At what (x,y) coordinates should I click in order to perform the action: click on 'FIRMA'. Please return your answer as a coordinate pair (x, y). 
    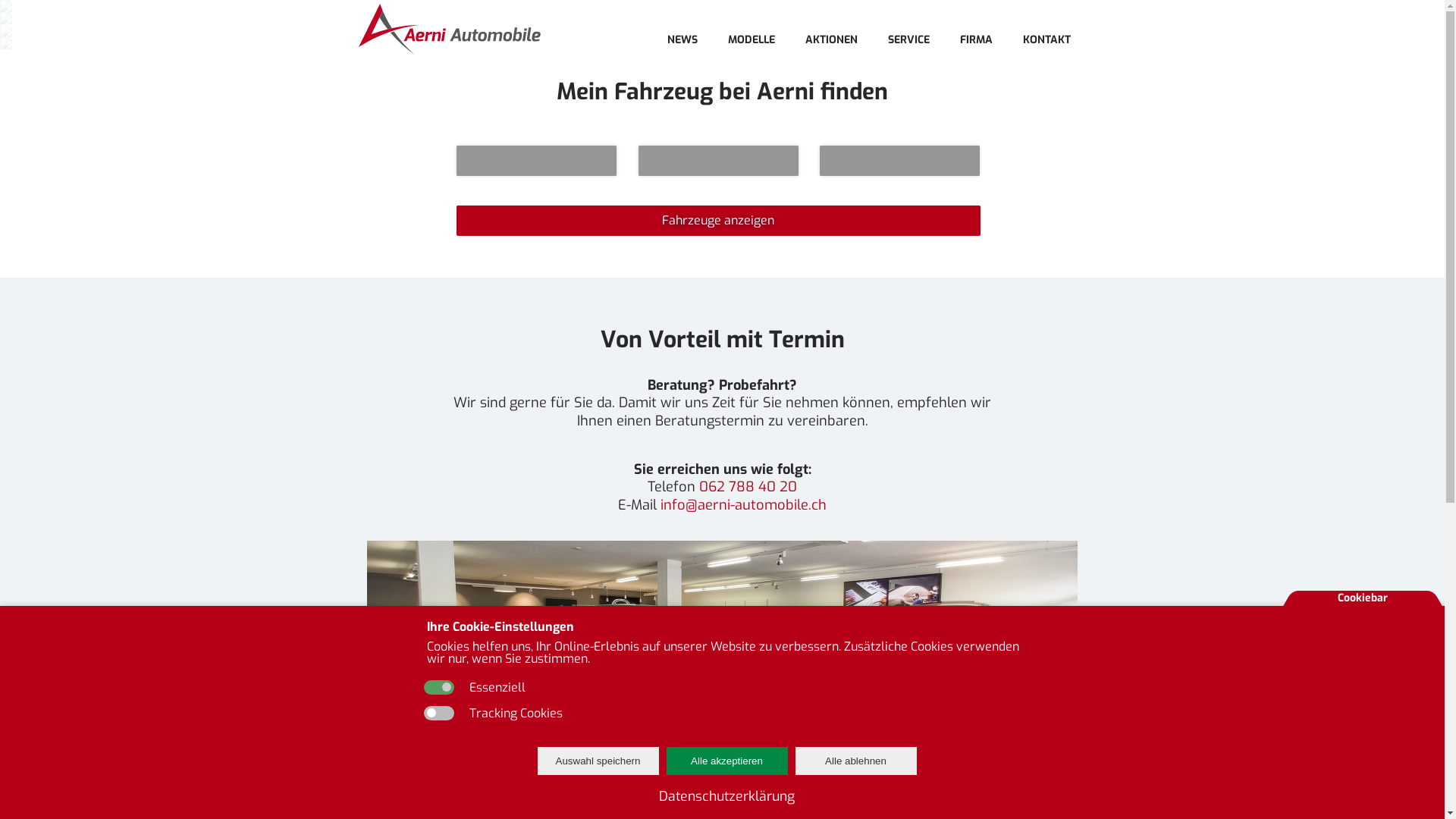
    Looking at the image, I should click on (976, 39).